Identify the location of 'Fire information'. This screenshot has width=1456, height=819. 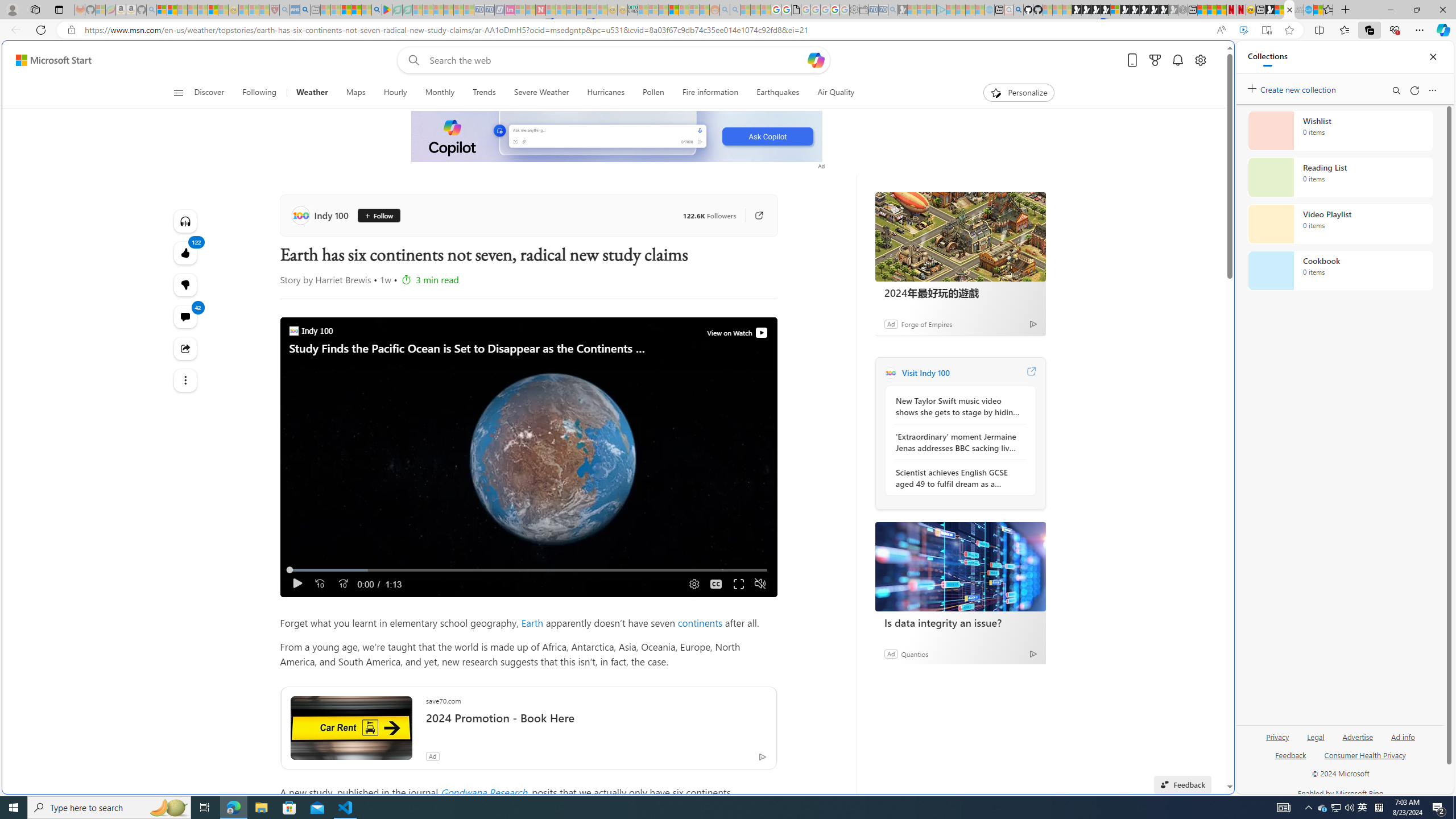
(710, 92).